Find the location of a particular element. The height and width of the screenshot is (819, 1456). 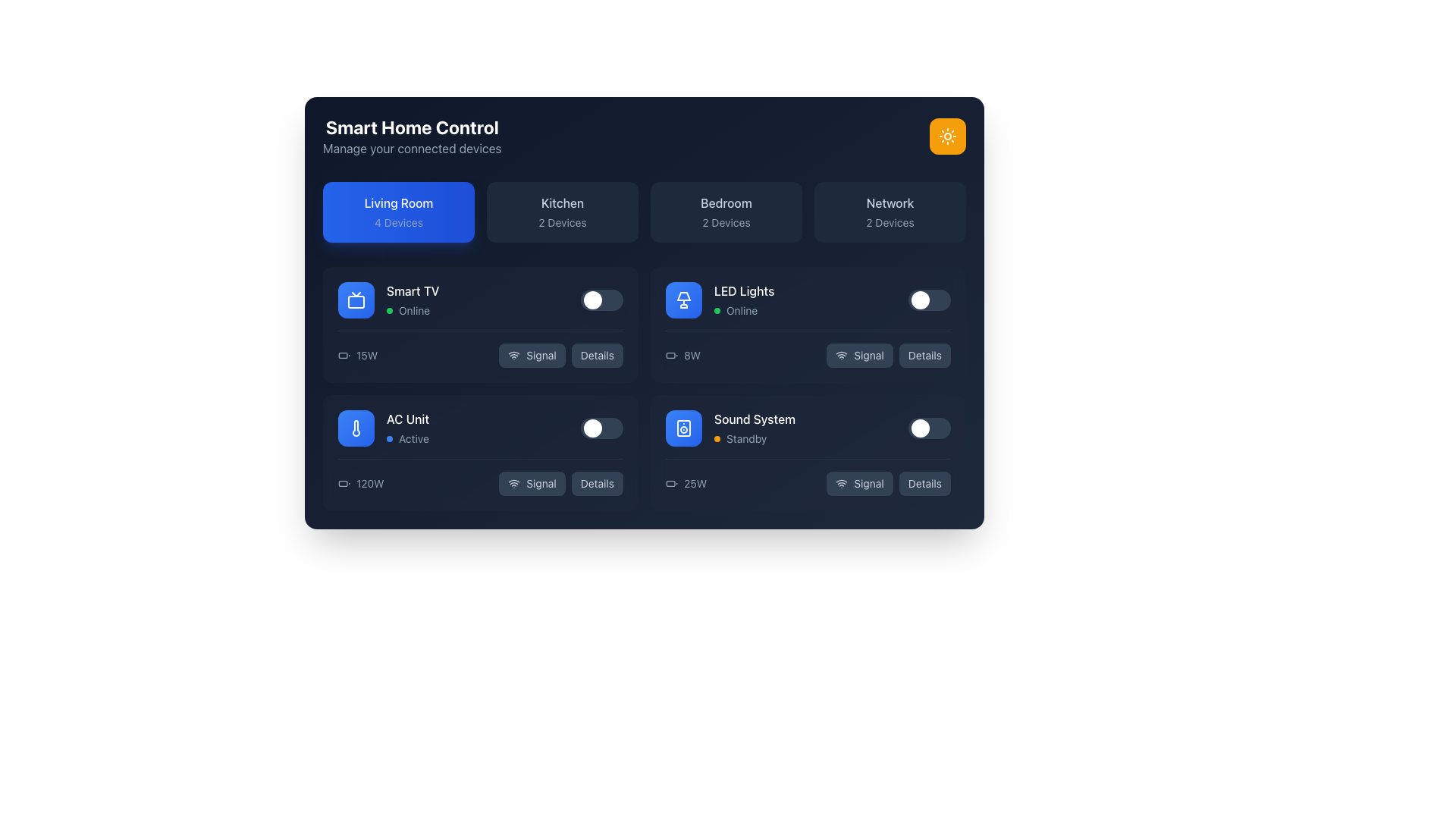

informational card about the AC Unit, which is located in the middle-left of the interface, below the 'Smart TV' card and above the power consumption text '120W' is located at coordinates (384, 428).